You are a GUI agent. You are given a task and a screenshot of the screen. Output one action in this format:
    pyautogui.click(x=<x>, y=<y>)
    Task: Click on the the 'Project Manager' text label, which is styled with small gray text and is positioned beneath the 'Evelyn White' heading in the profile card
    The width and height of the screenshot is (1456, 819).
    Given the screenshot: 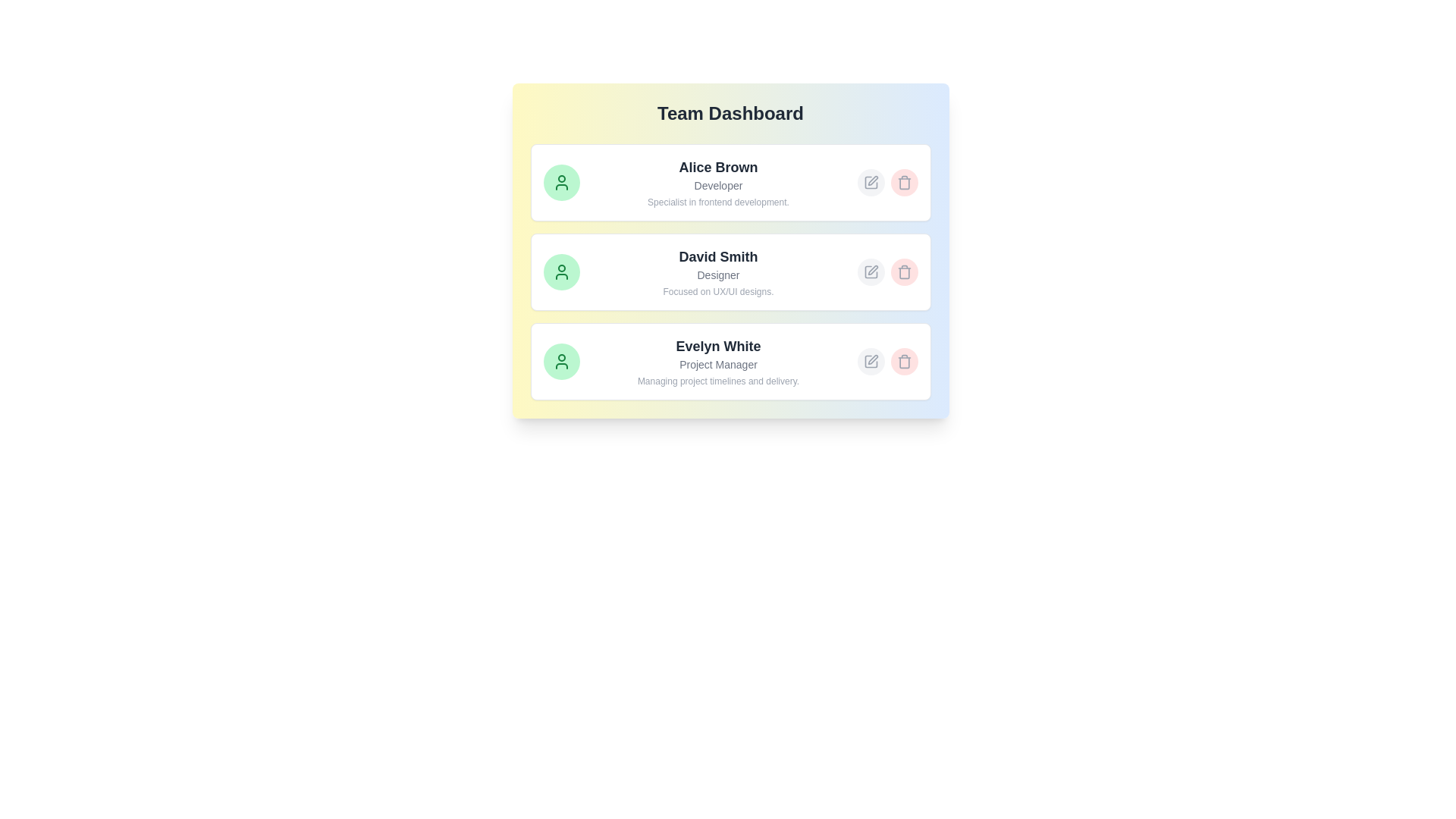 What is the action you would take?
    pyautogui.click(x=717, y=365)
    